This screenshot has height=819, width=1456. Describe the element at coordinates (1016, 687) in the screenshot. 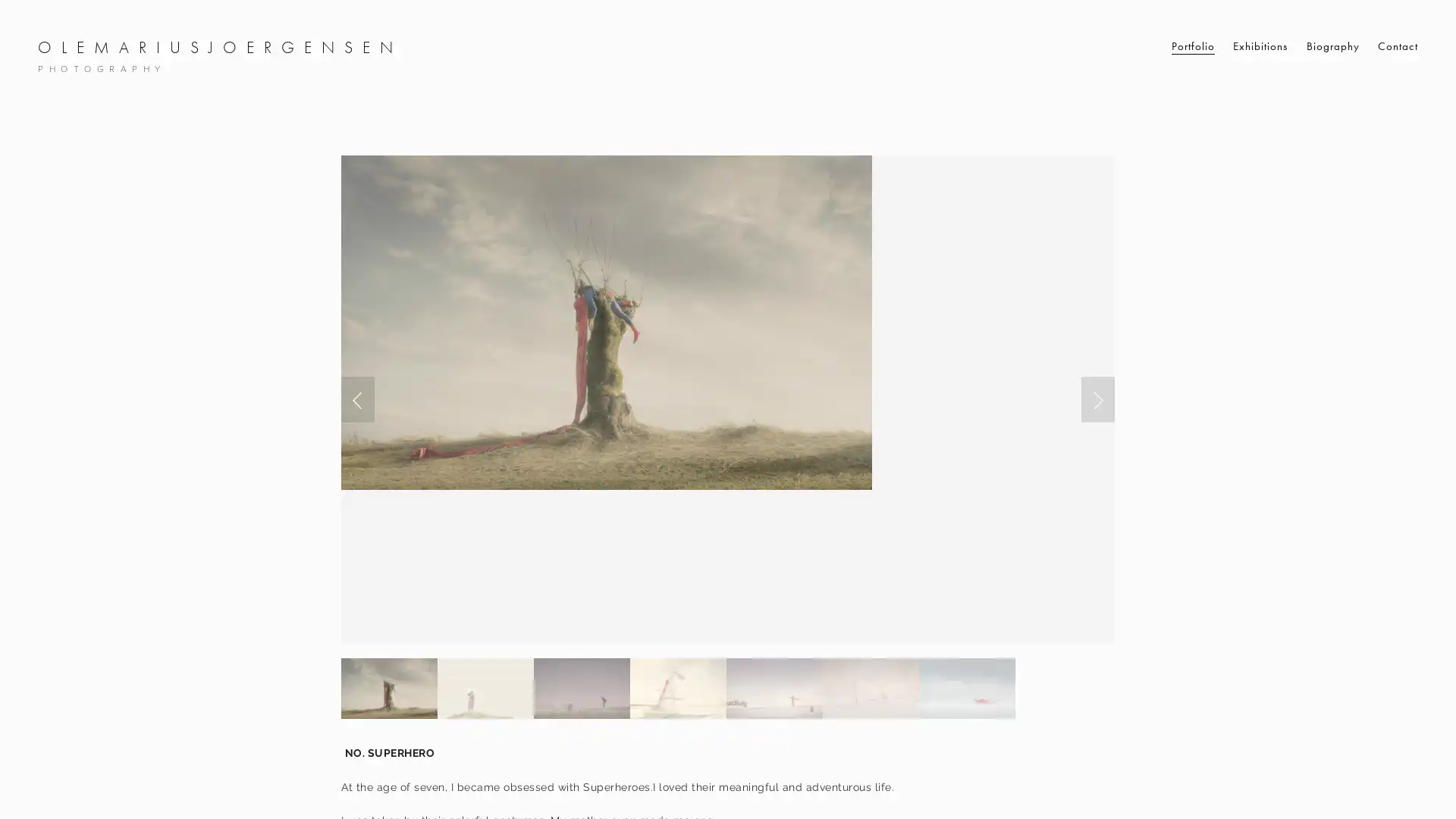

I see `Slide 7` at that location.